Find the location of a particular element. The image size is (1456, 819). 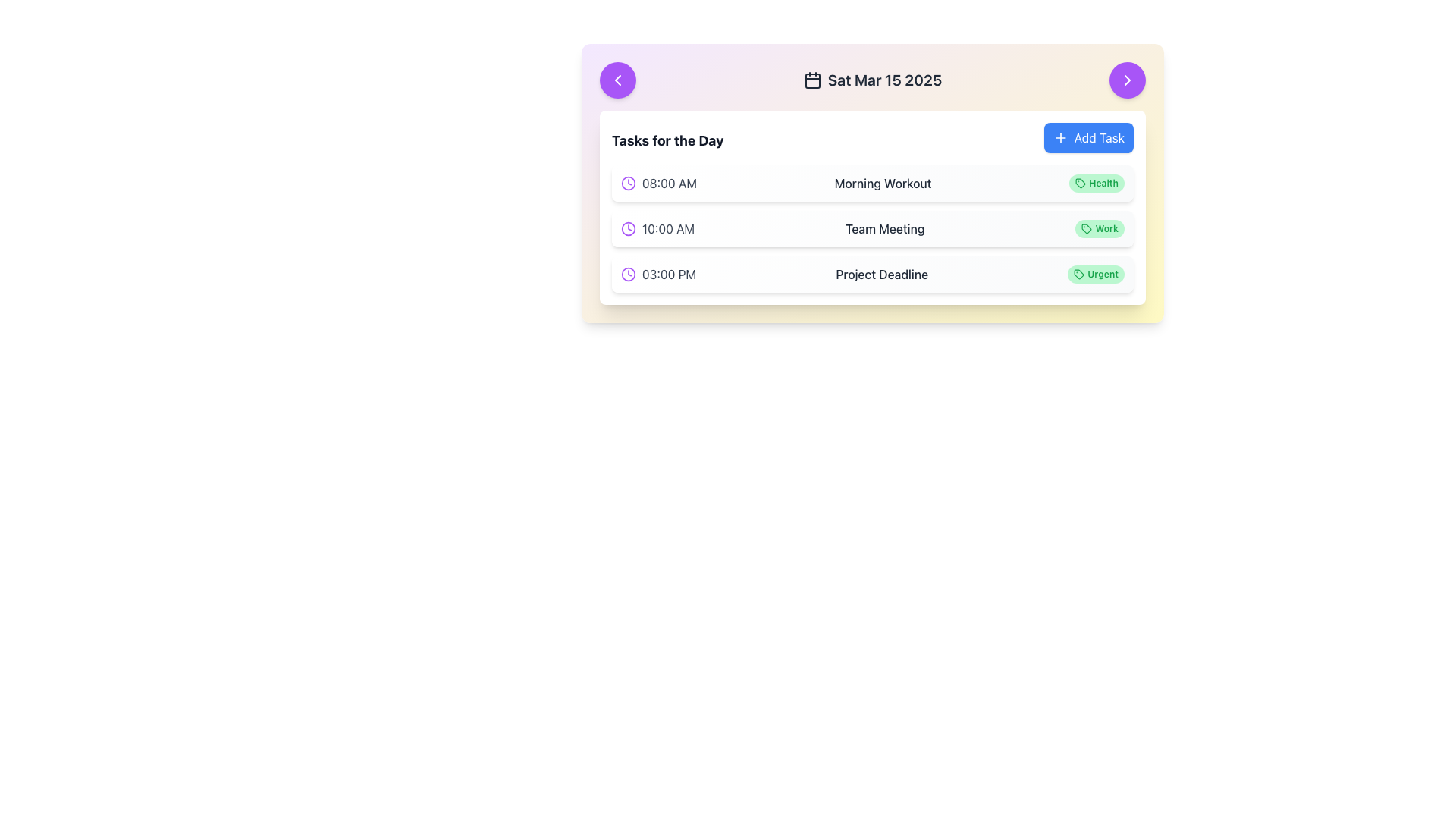

the third task card in the 'Tasks for the Day' panel is located at coordinates (873, 275).